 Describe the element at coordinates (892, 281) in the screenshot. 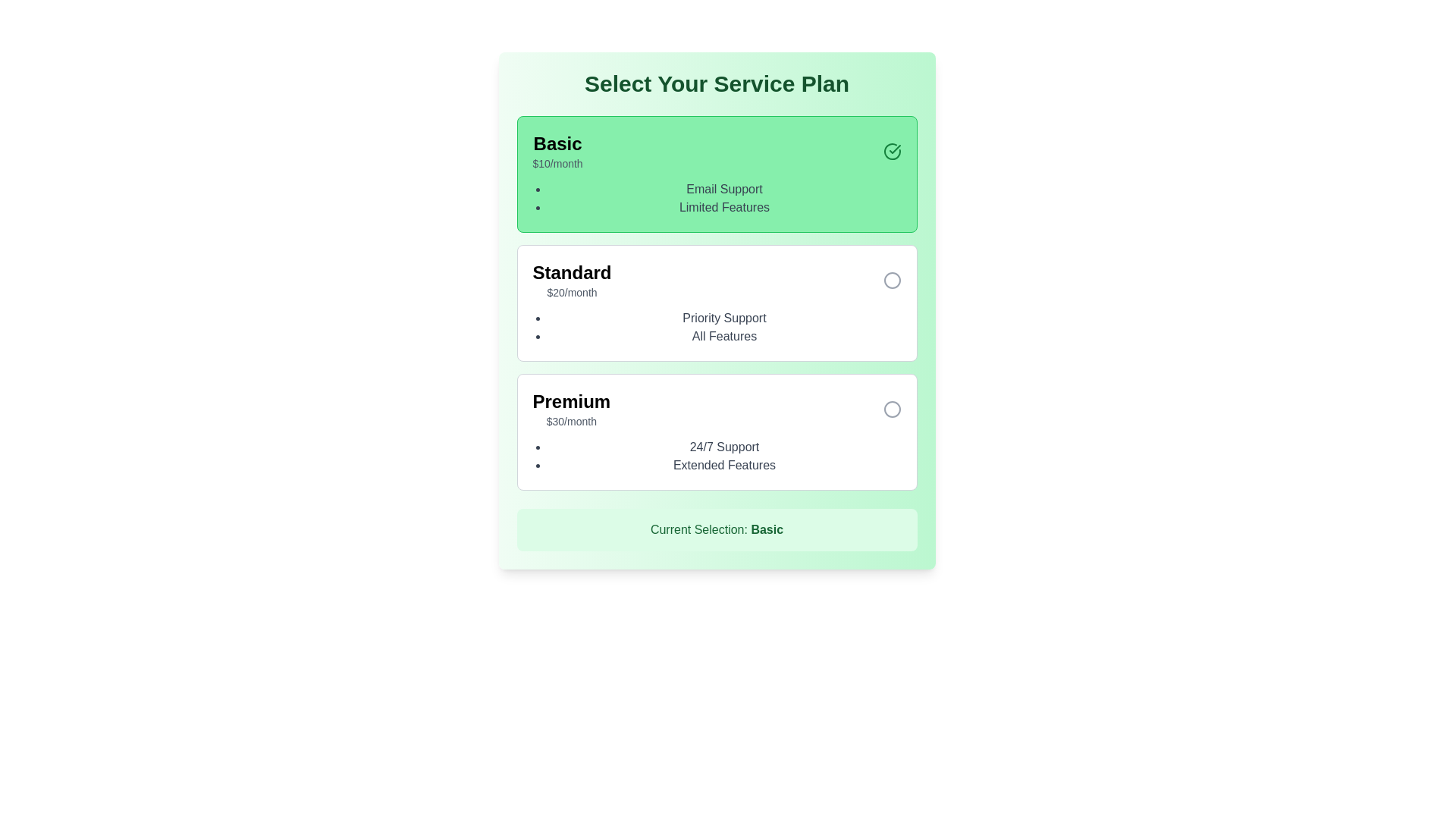

I see `the circular radio button outlined in gray, located on the far-right side of the section labeled 'Standard $20/month'` at that location.